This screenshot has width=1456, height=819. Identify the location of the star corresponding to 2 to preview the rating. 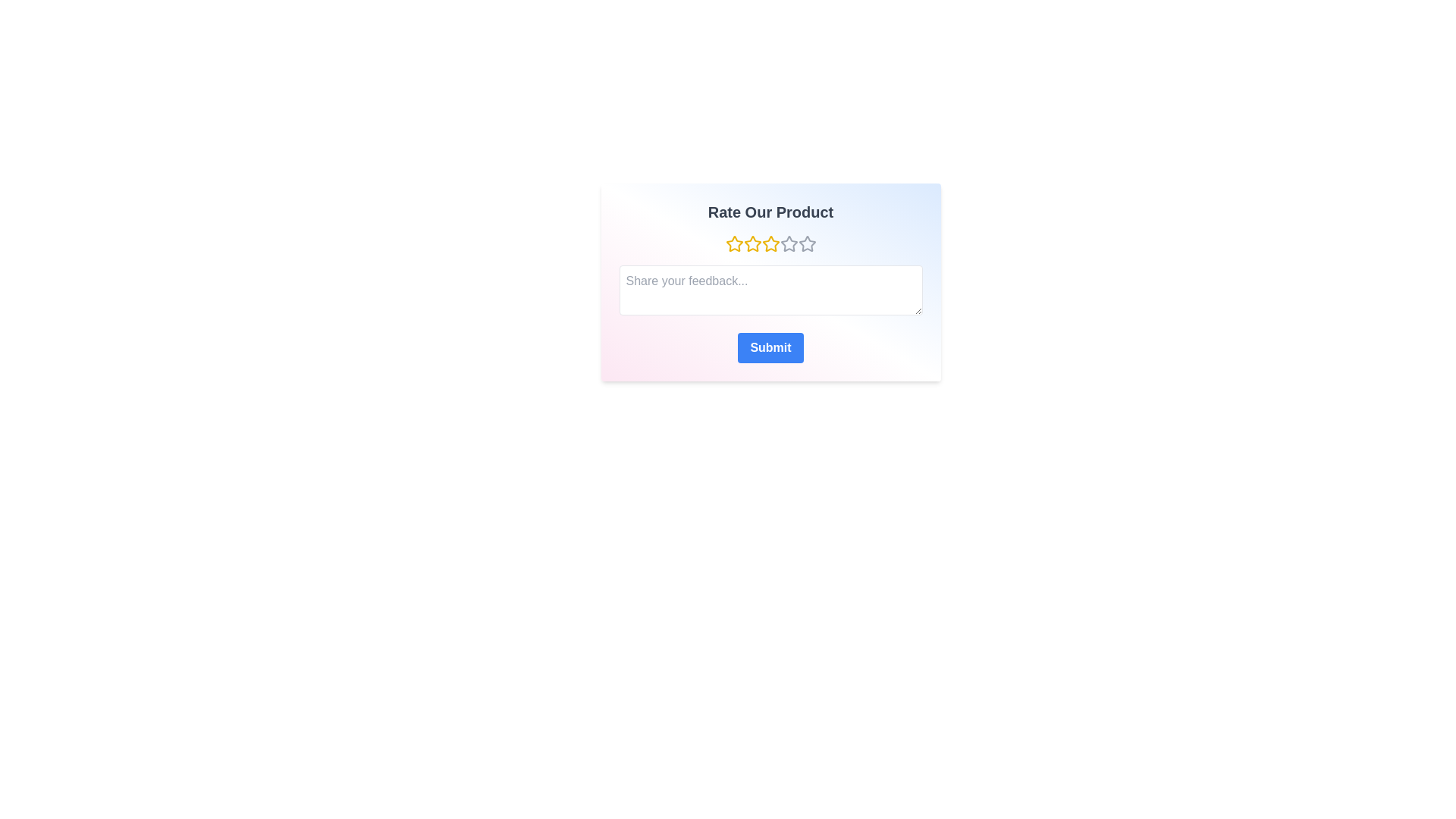
(752, 243).